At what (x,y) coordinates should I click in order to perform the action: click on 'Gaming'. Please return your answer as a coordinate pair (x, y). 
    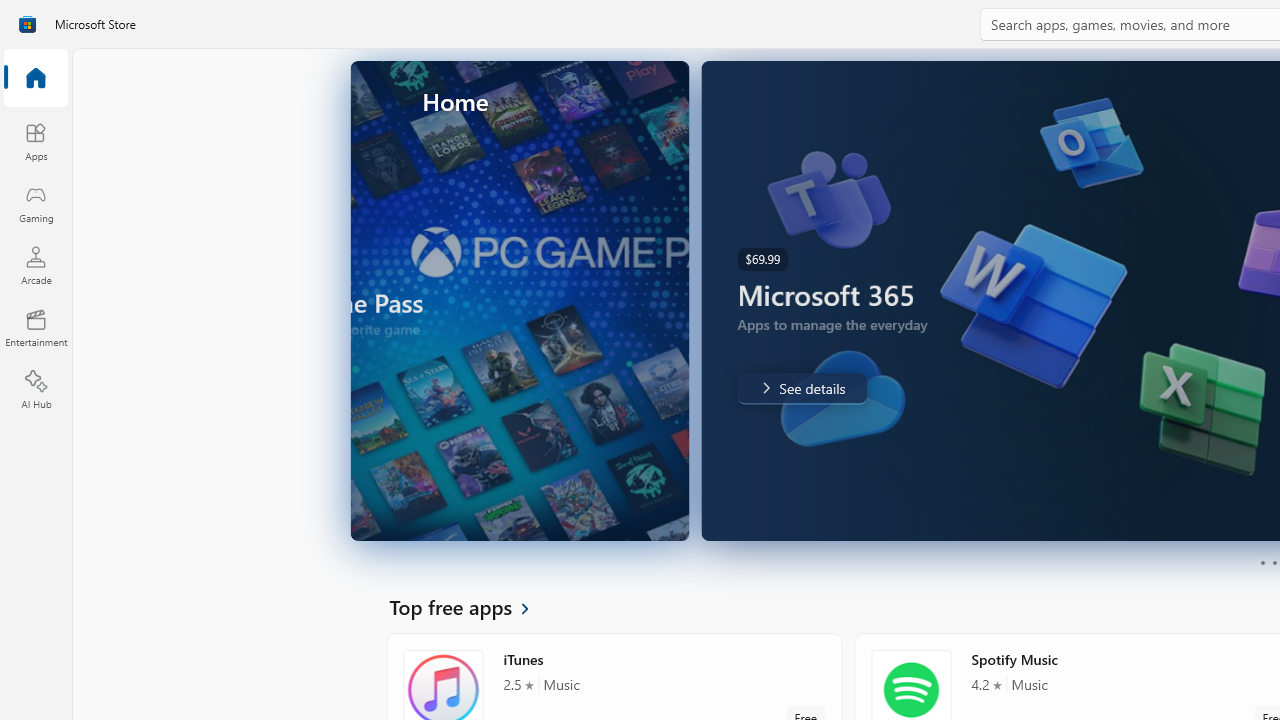
    Looking at the image, I should click on (35, 203).